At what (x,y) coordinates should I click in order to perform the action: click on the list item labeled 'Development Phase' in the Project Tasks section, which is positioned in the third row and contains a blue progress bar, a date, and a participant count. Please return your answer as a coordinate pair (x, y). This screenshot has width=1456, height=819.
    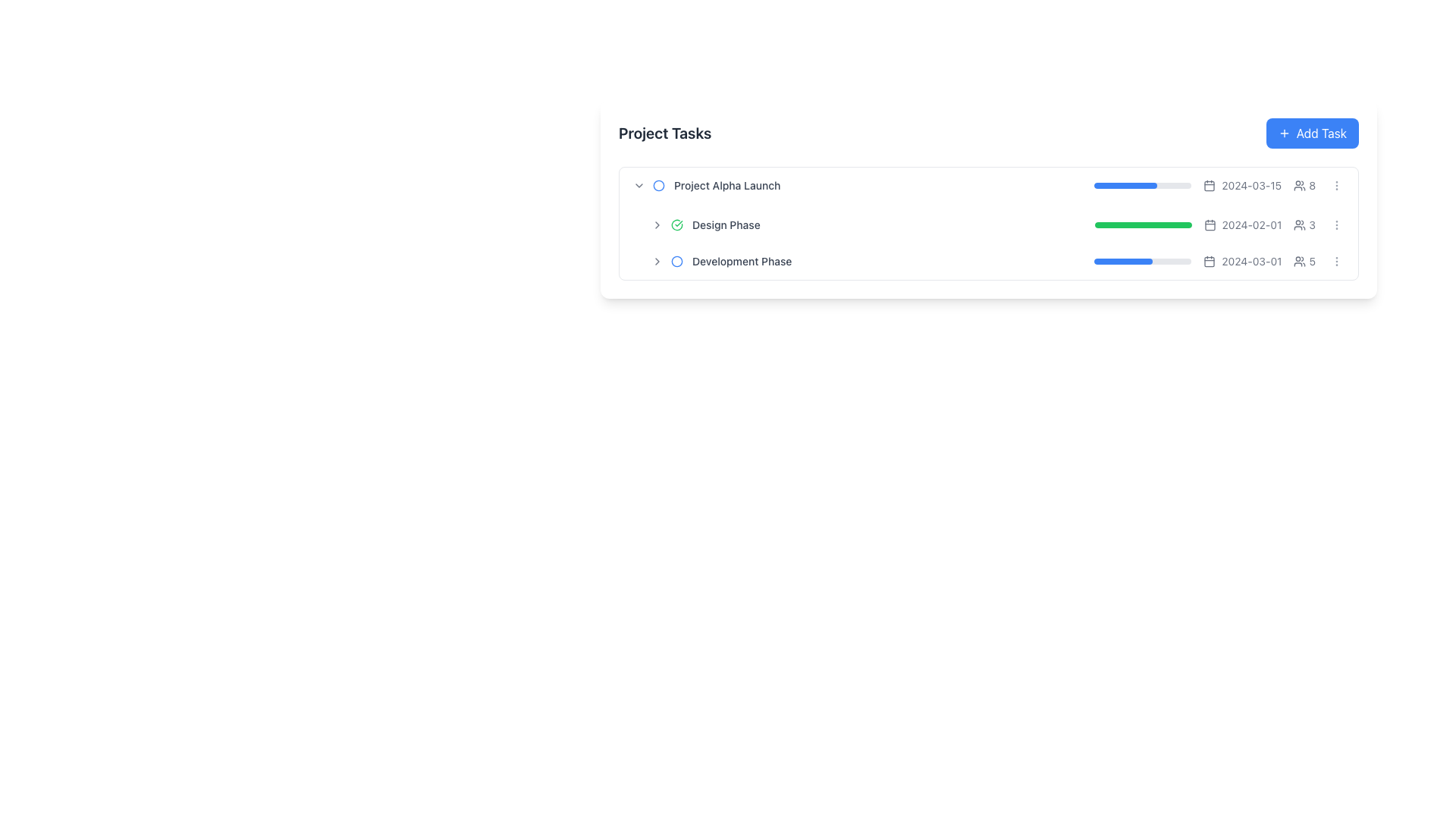
    Looking at the image, I should click on (997, 260).